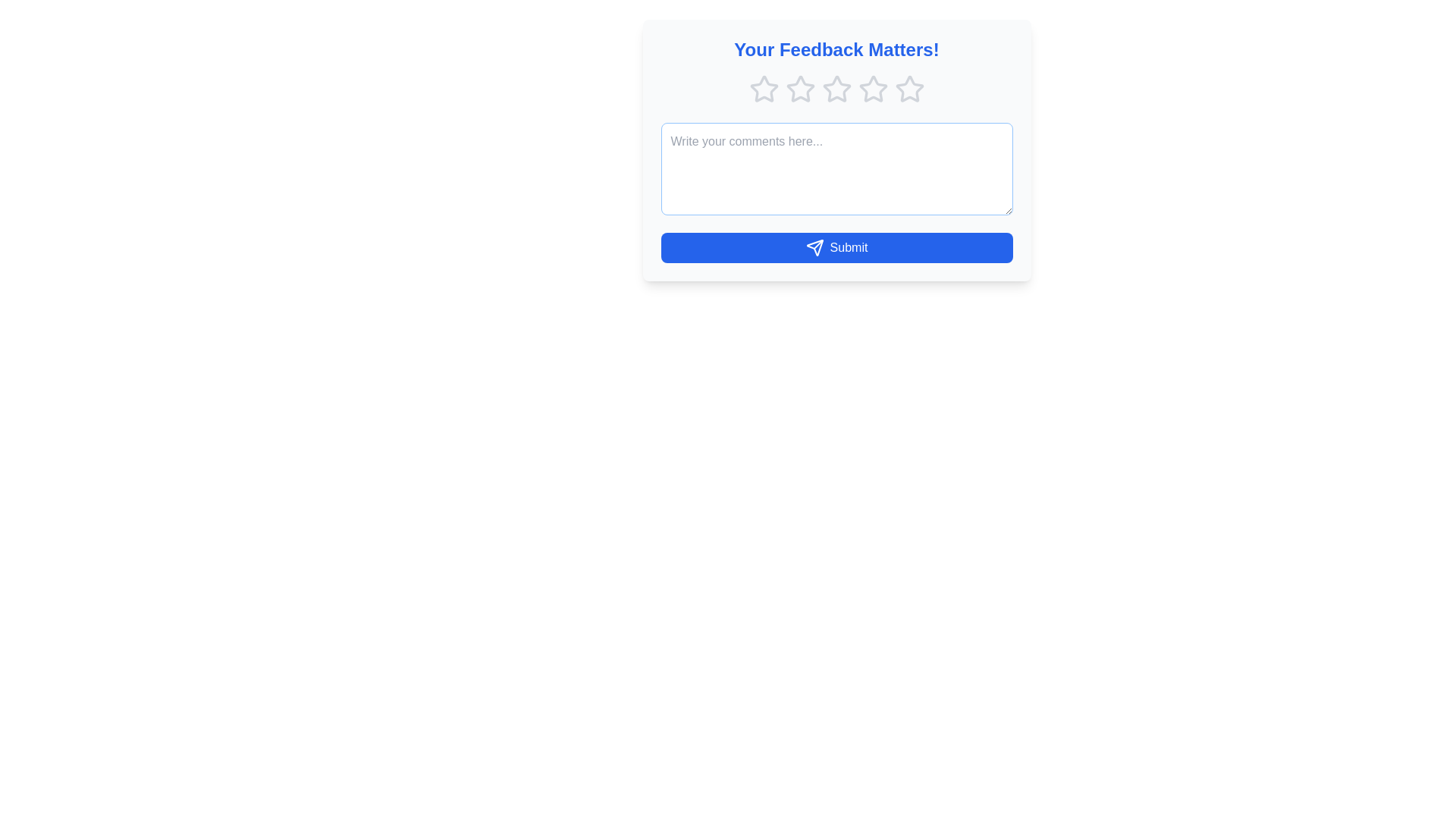  Describe the element at coordinates (814, 247) in the screenshot. I see `the paper plane icon, which is a gray outlined icon positioned on the left within the 'Submit' button below the comment input field` at that location.